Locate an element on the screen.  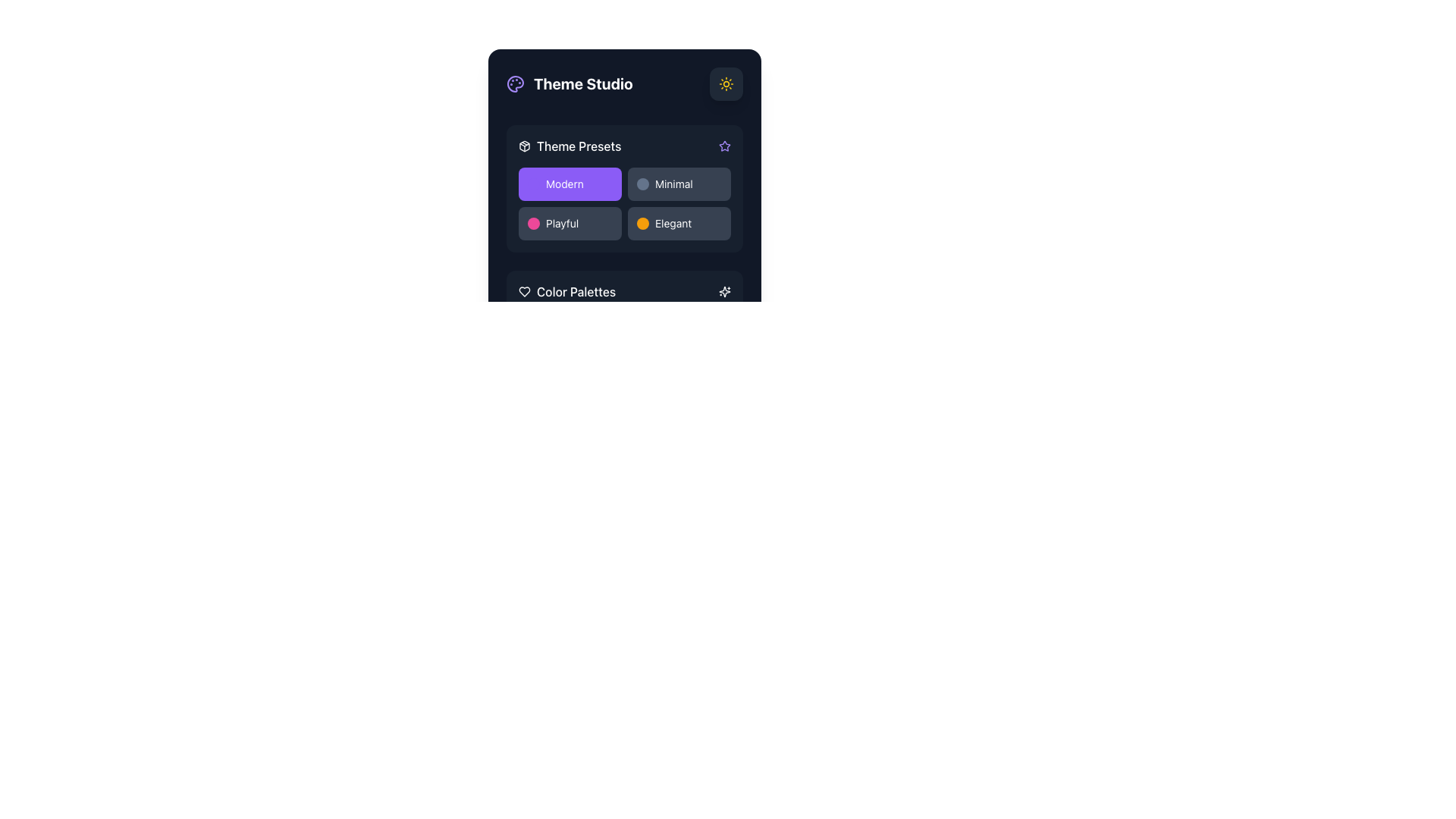
the state represented by the circular icon located to the left of the 'Modern' label in the 'Theme Presets' section of the 'Theme Studio' interface is located at coordinates (534, 184).